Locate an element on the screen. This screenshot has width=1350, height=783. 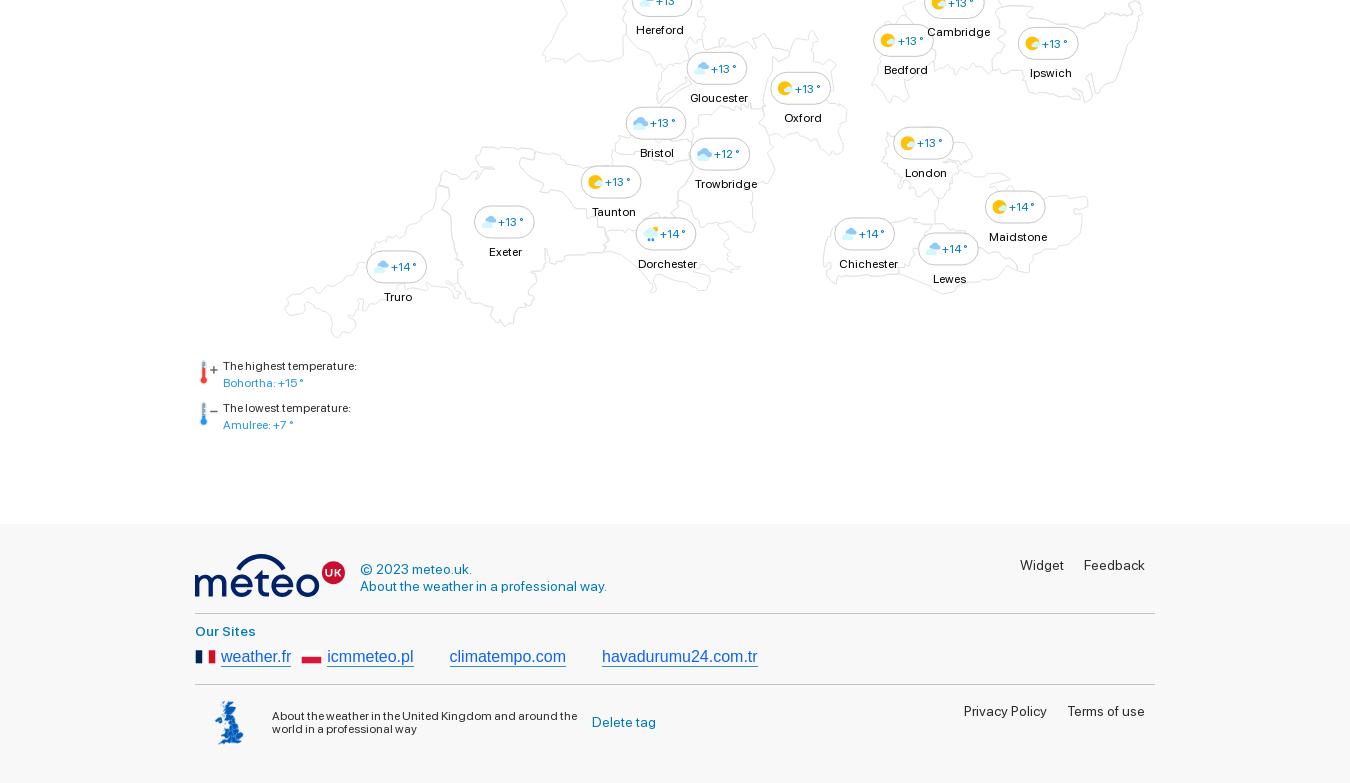
'climatempo.com' is located at coordinates (506, 654).